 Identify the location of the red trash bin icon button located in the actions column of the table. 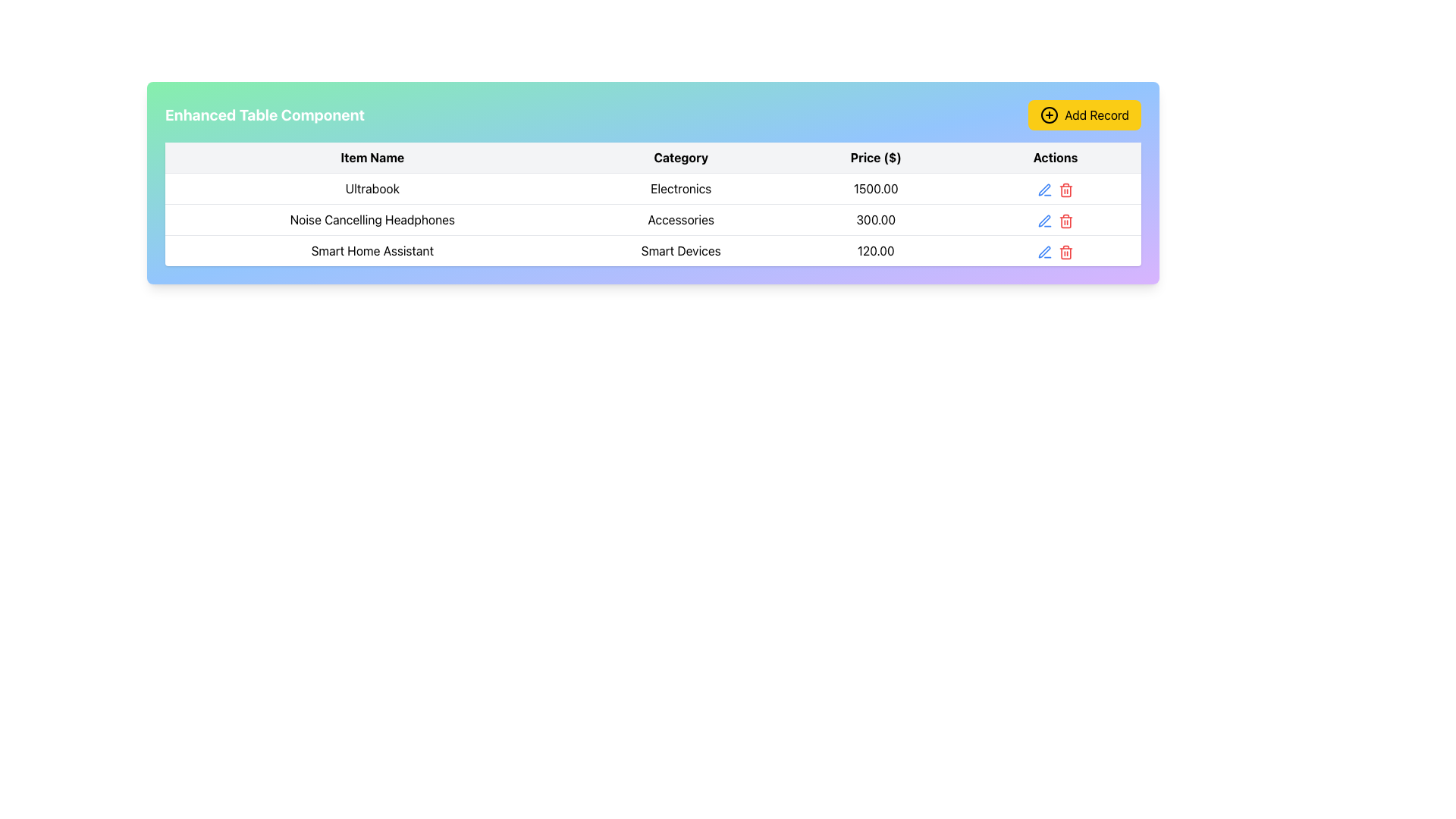
(1065, 188).